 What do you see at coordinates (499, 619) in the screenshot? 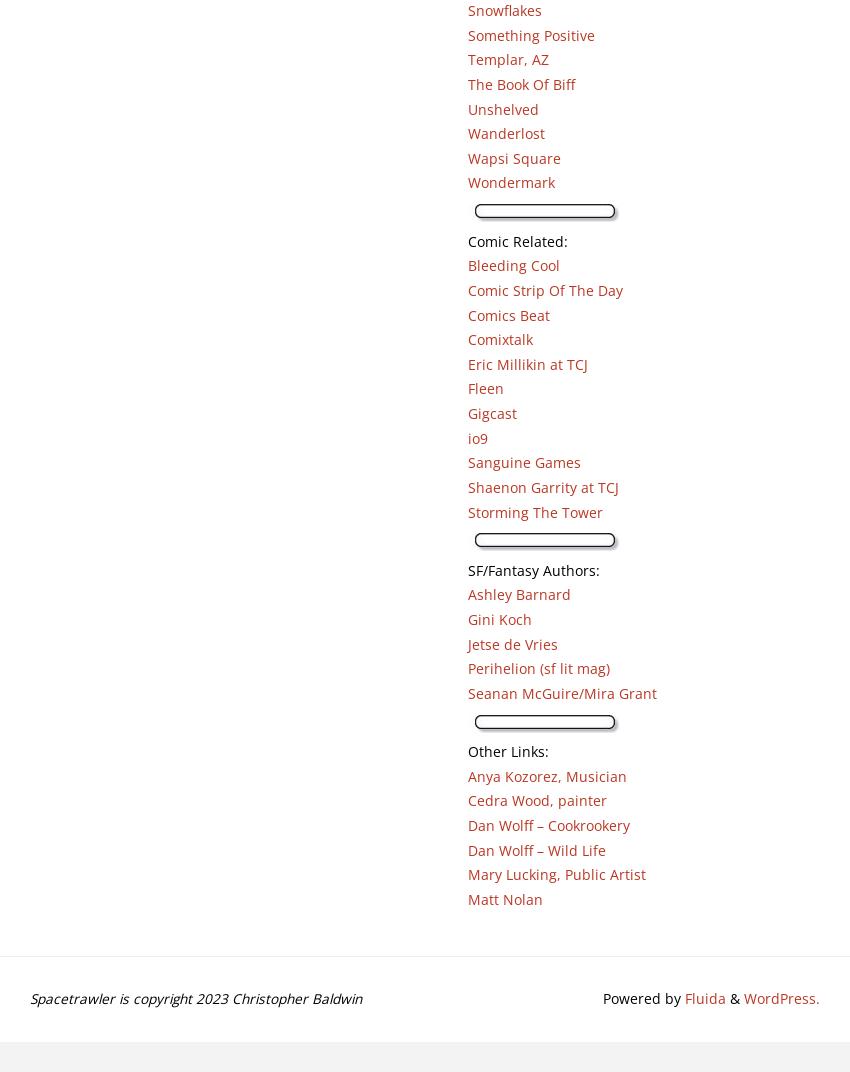
I see `'Gini Koch'` at bounding box center [499, 619].